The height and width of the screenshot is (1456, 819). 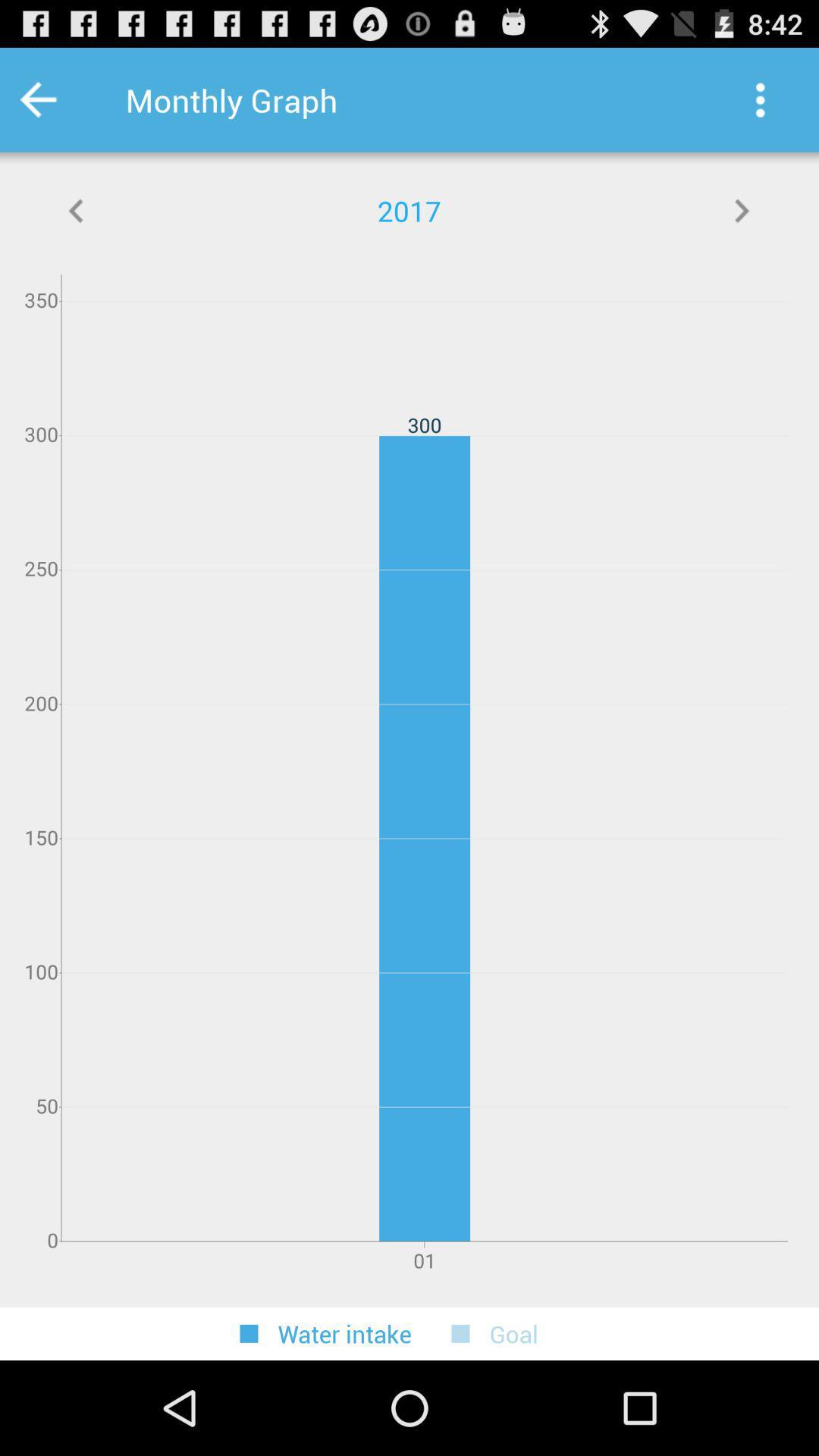 What do you see at coordinates (760, 106) in the screenshot?
I see `the more icon` at bounding box center [760, 106].